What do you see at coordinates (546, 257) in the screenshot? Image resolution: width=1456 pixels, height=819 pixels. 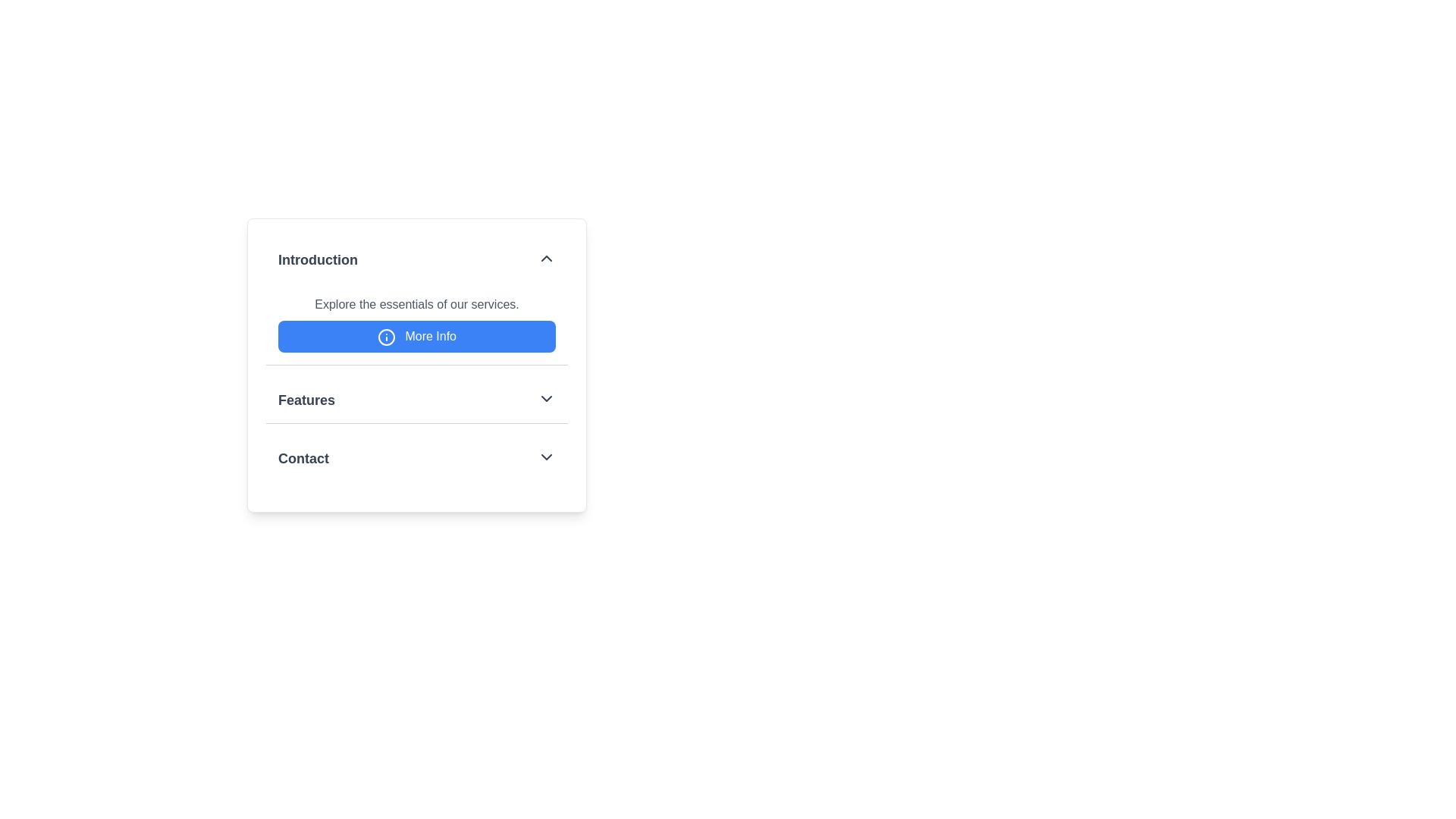 I see `the chevron icon pointing upward located to the far right of the 'Introduction' heading` at bounding box center [546, 257].